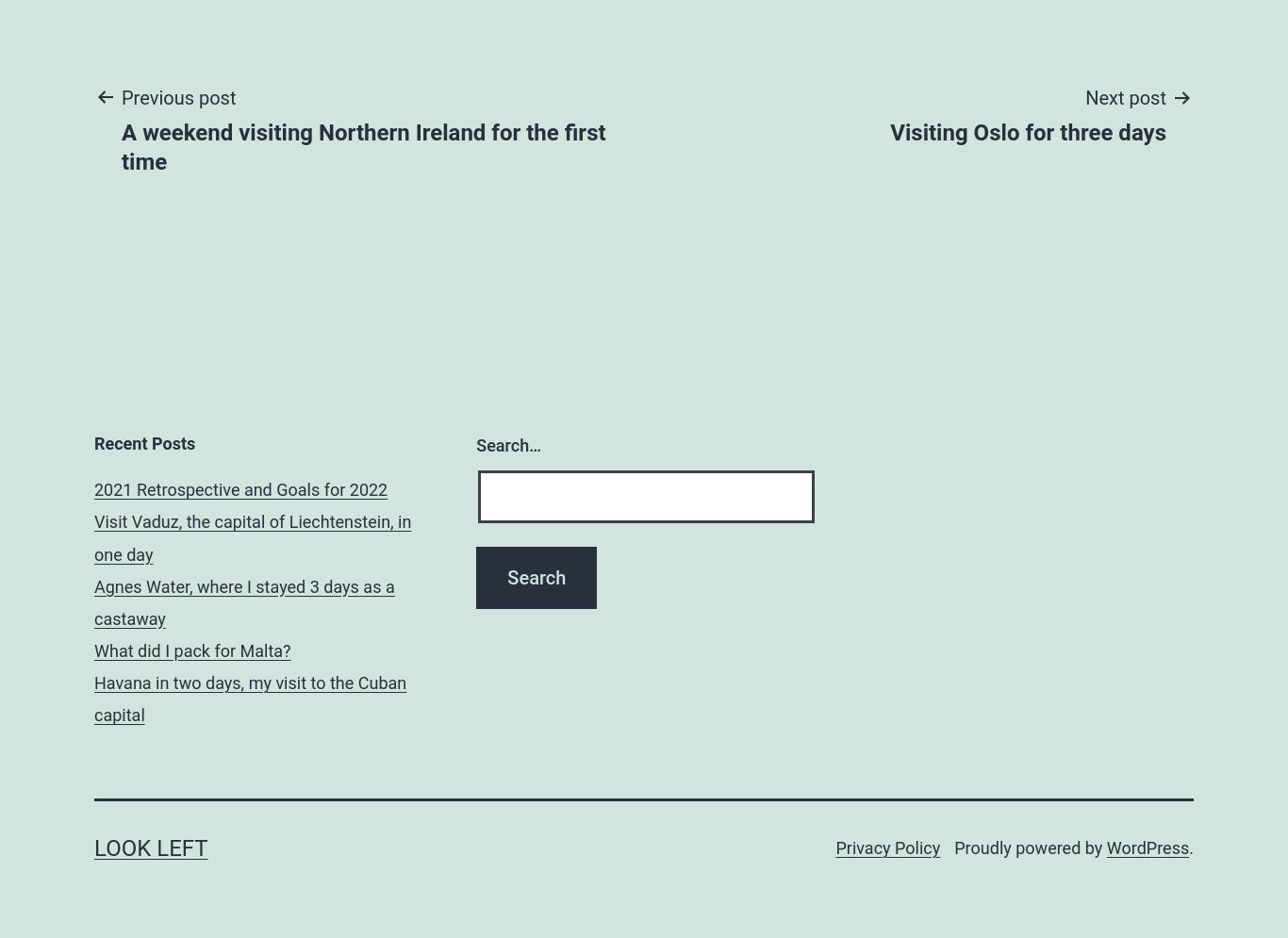  Describe the element at coordinates (93, 846) in the screenshot. I see `'Look Left'` at that location.